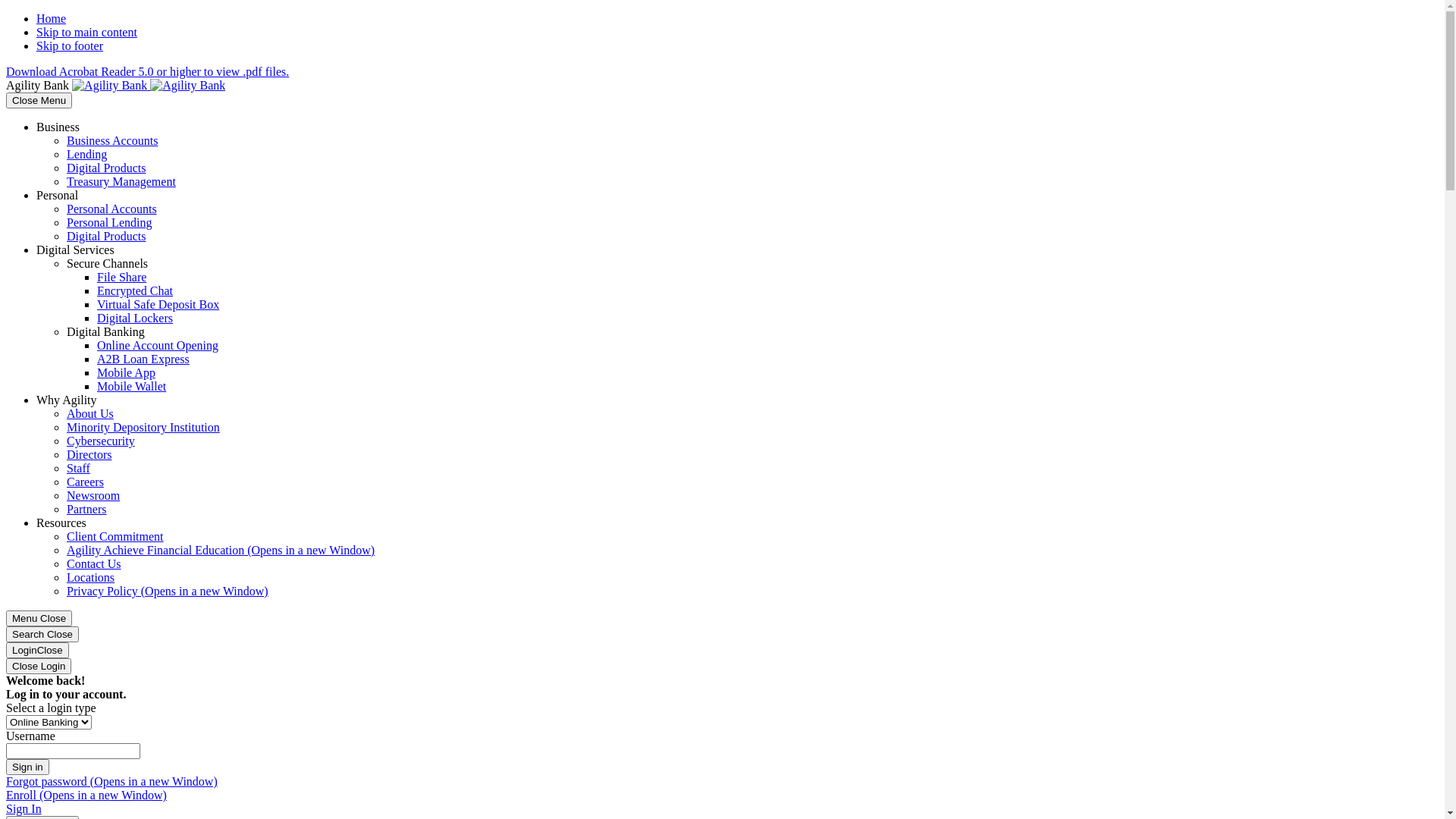 Image resolution: width=1456 pixels, height=819 pixels. Describe the element at coordinates (89, 453) in the screenshot. I see `'Directors'` at that location.